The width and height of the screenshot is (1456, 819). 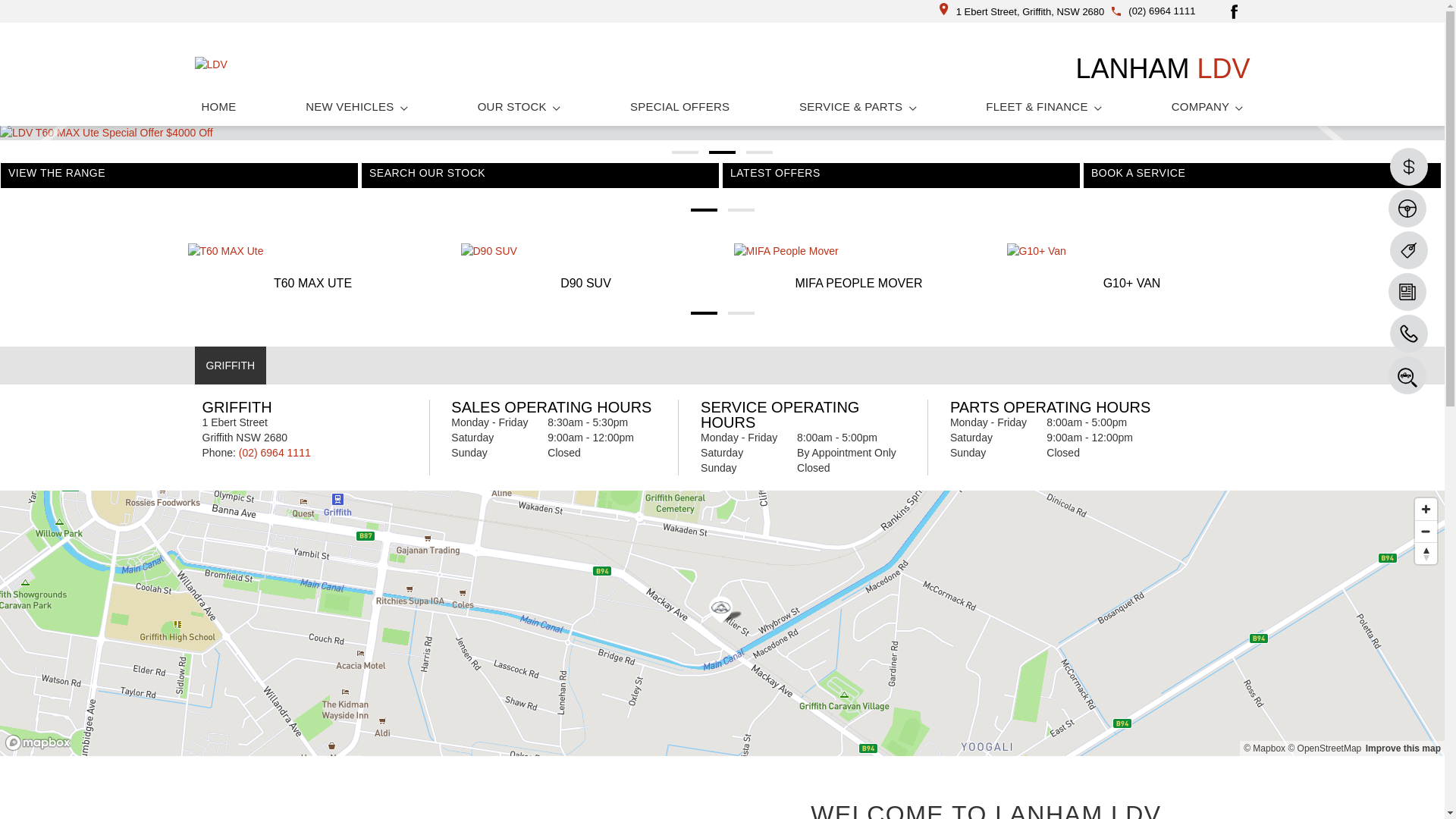 What do you see at coordinates (1022, 11) in the screenshot?
I see `'1 Ebert Street, Griffith, NSW 2680'` at bounding box center [1022, 11].